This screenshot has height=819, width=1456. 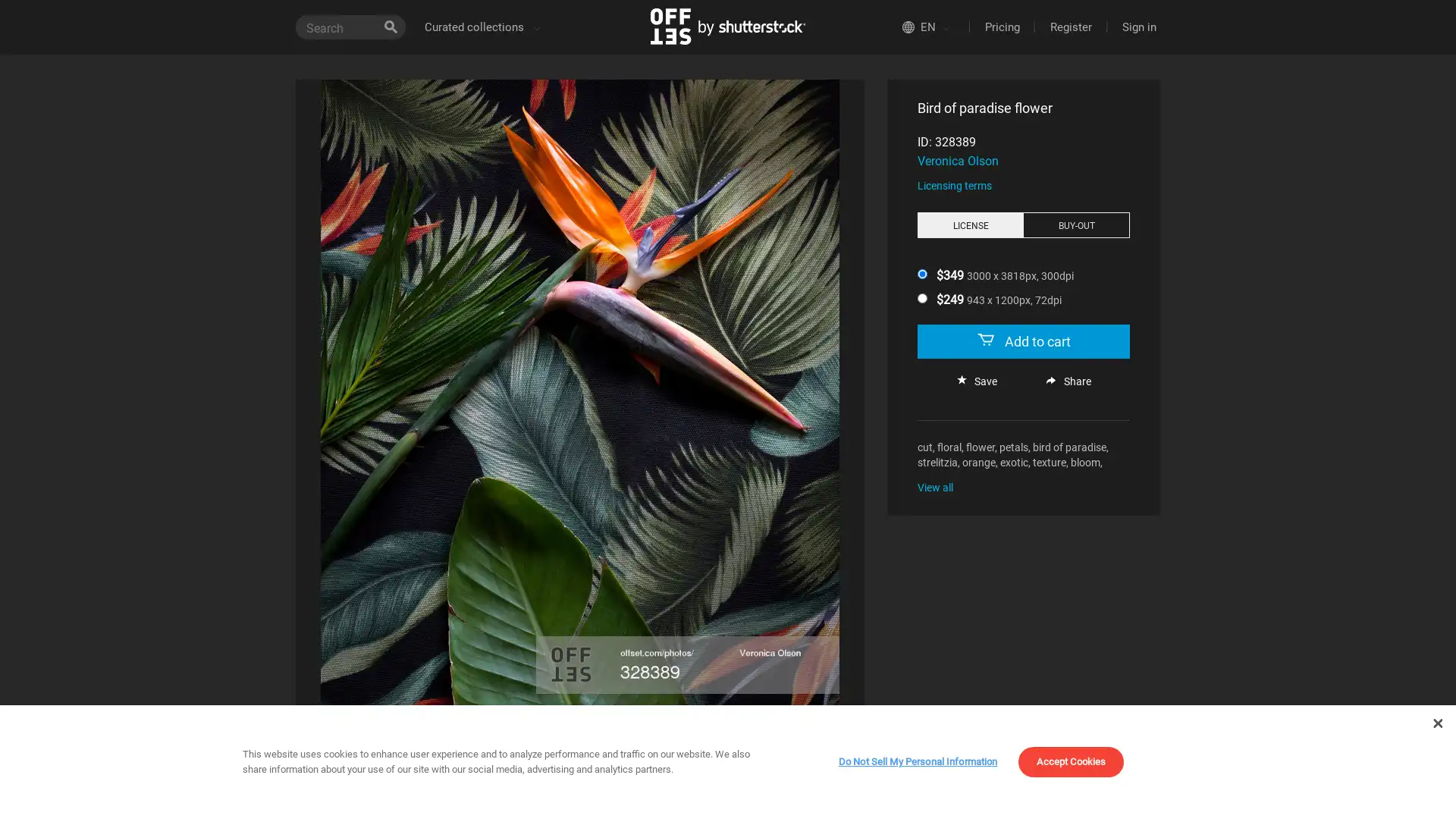 I want to click on Close, so click(x=1436, y=722).